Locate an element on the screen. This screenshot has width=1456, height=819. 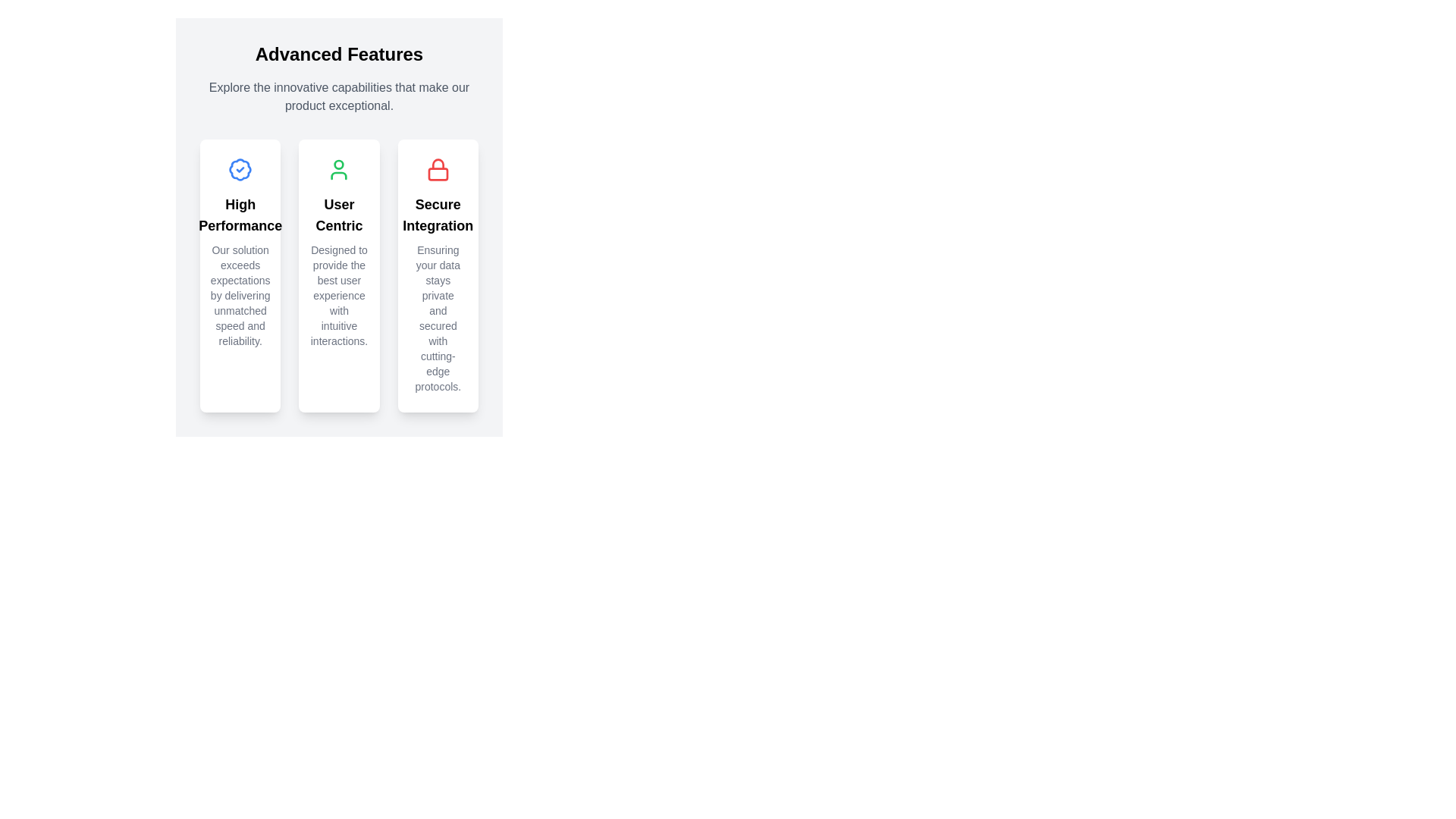
the blue checkmark icon located at the top center of the leftmost card labeled 'High Performance' for details is located at coordinates (240, 169).